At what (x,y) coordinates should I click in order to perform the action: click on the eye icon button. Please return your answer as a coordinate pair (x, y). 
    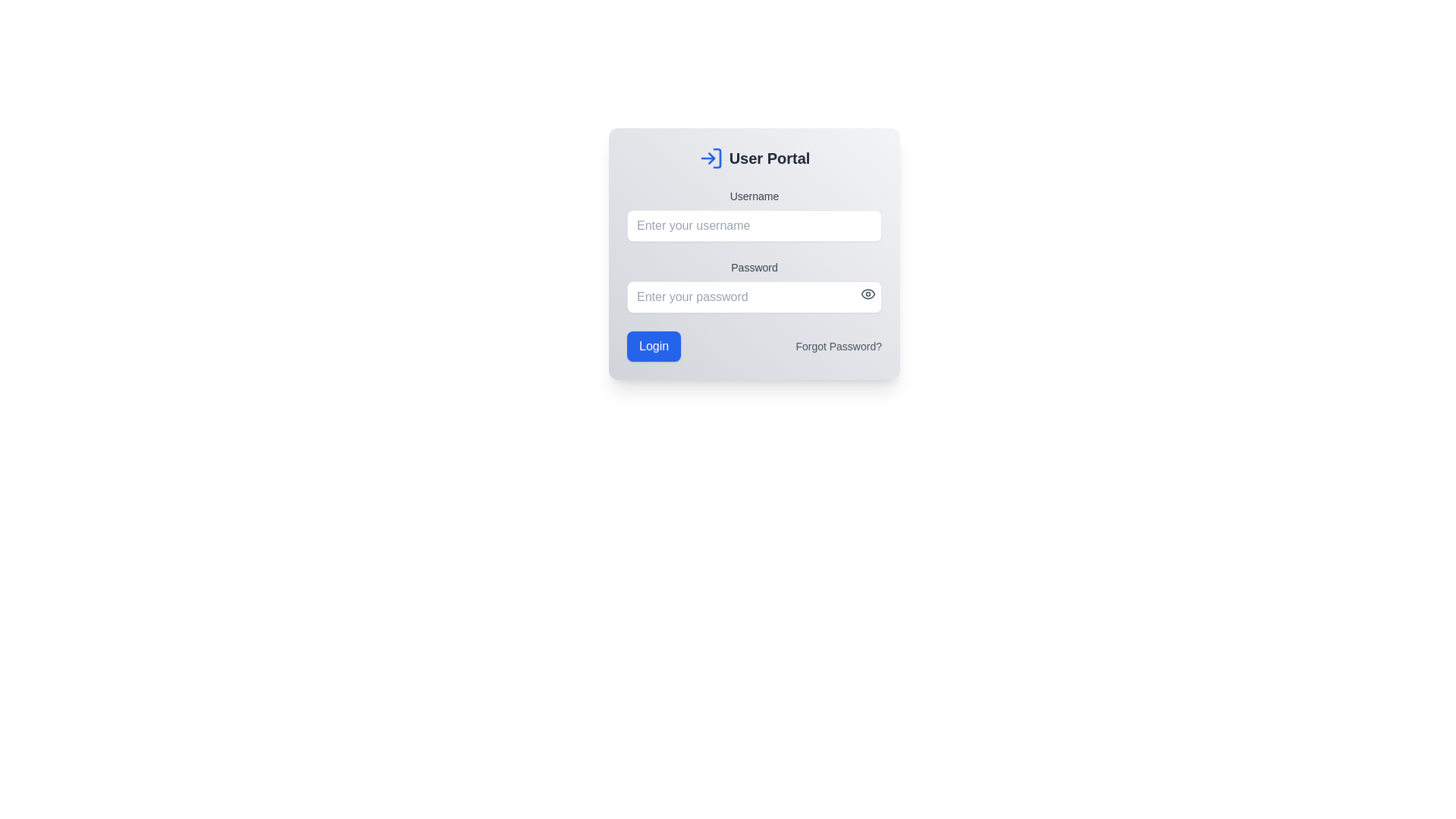
    Looking at the image, I should click on (868, 294).